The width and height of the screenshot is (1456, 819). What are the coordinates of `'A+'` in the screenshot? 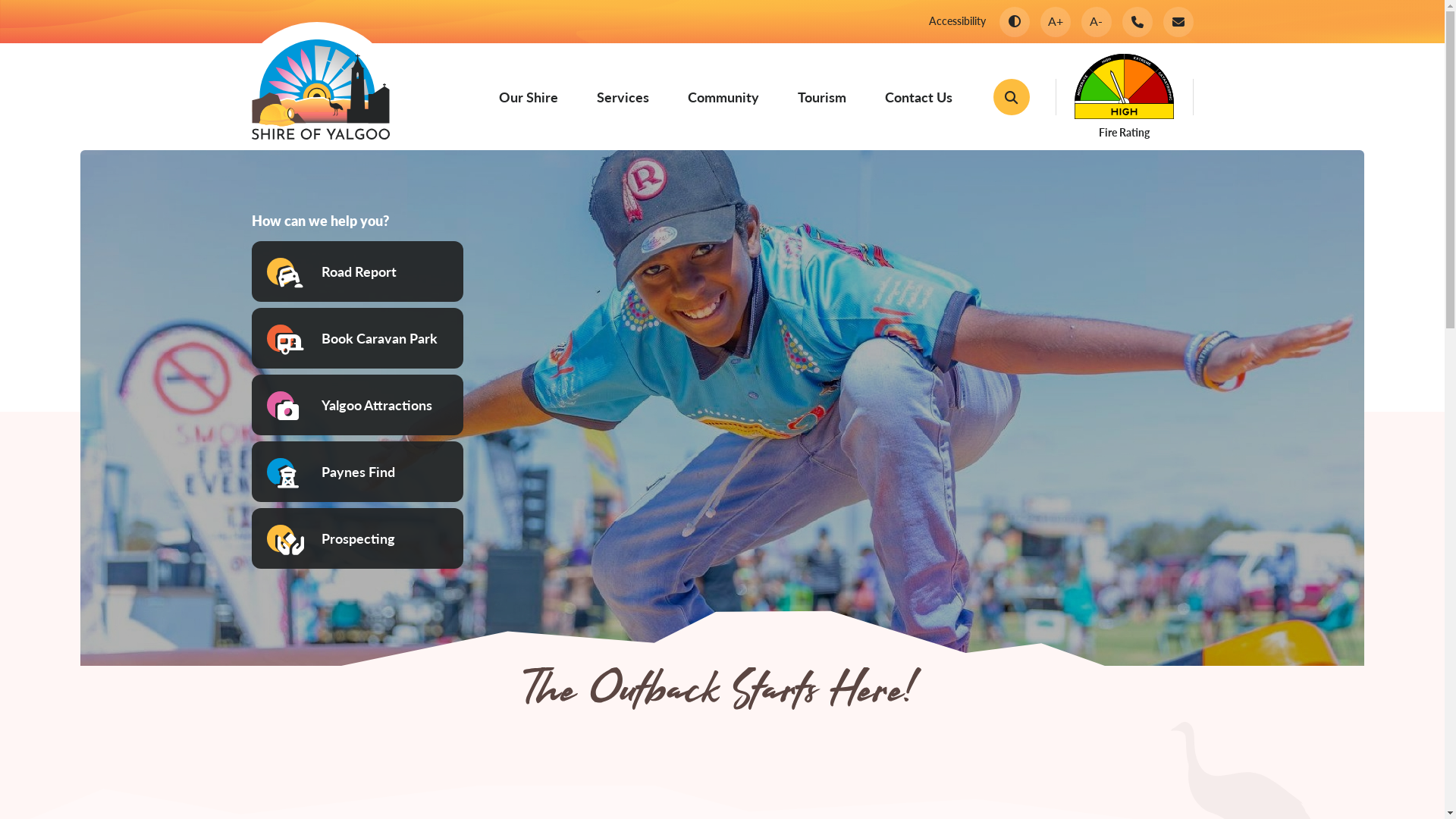 It's located at (1055, 20).